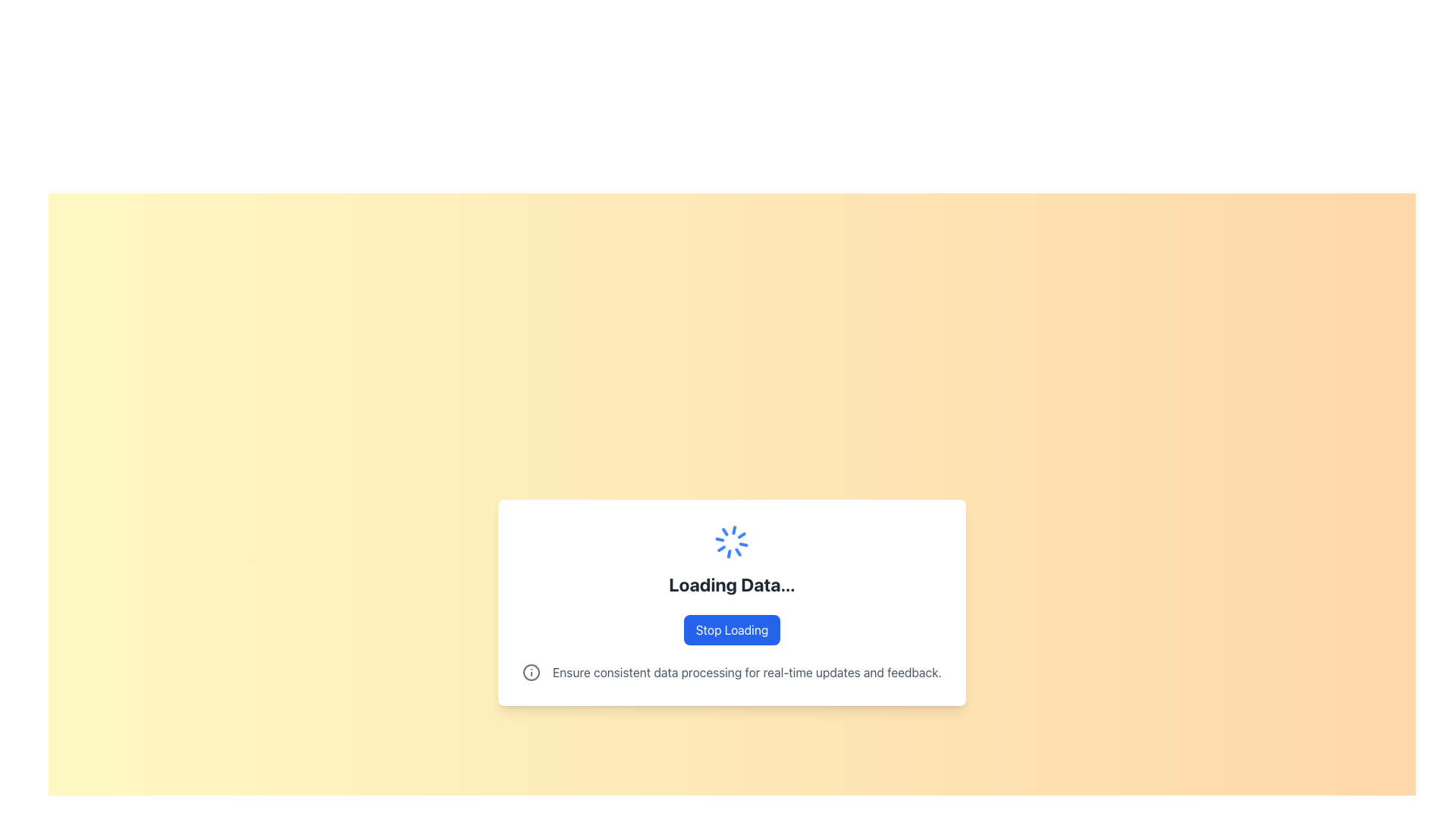  What do you see at coordinates (732, 629) in the screenshot?
I see `the button located within the white card panel to interrupt the current loading process, which is positioned below the loading spinner and 'Loading Data...' text` at bounding box center [732, 629].